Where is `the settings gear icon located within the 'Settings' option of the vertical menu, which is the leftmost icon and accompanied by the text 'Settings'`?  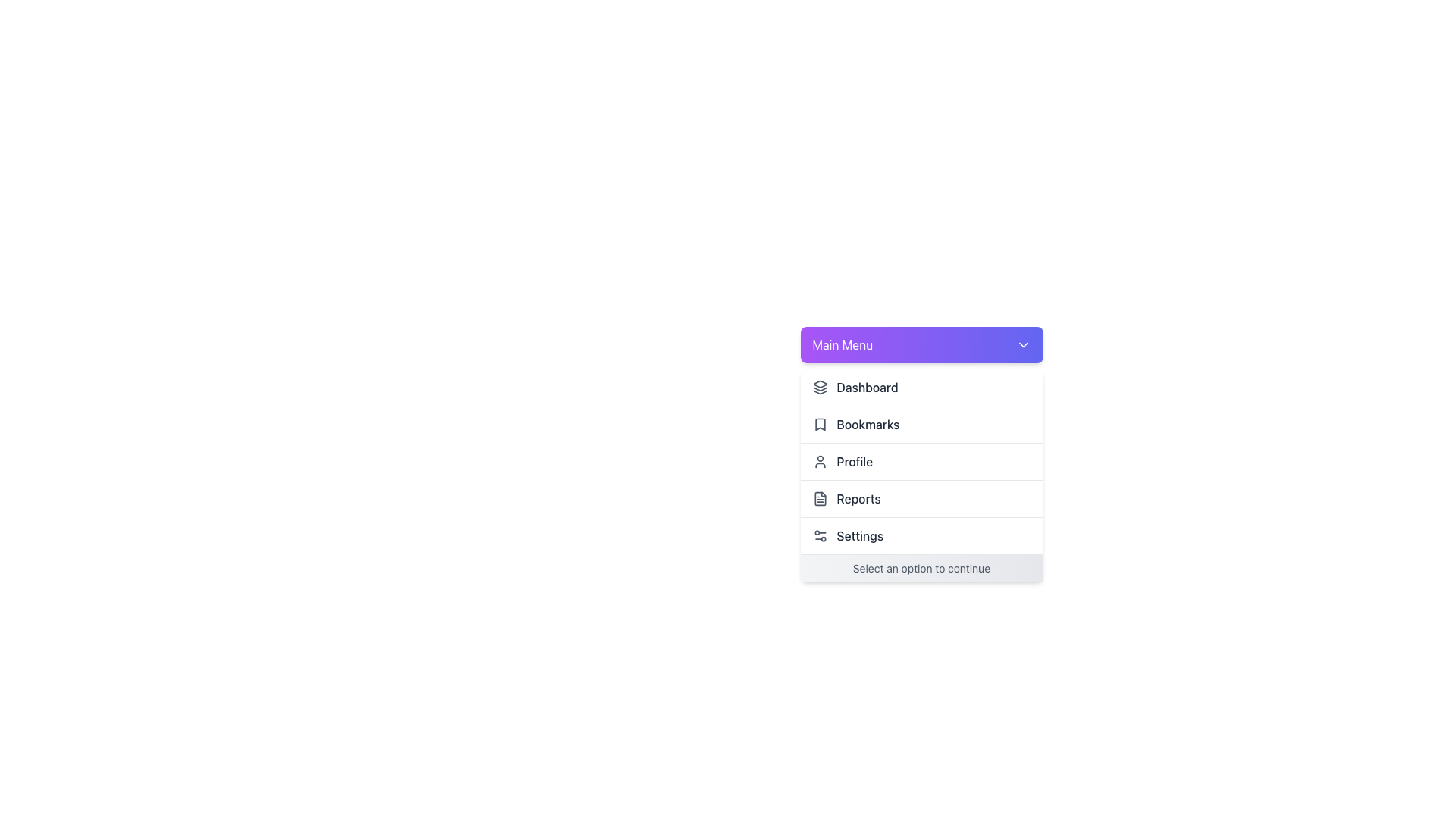 the settings gear icon located within the 'Settings' option of the vertical menu, which is the leftmost icon and accompanied by the text 'Settings' is located at coordinates (819, 535).